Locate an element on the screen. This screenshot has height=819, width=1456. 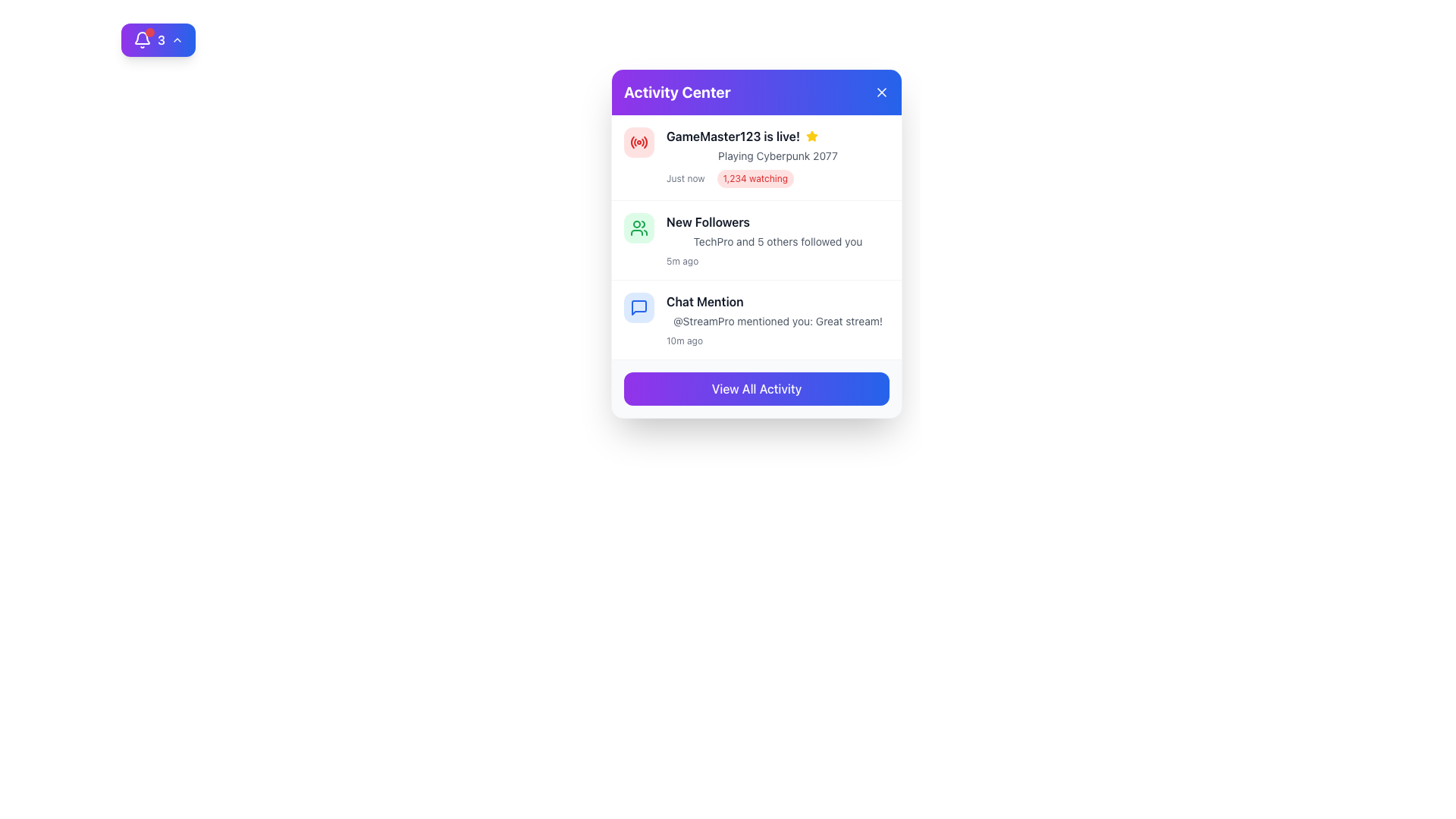
displayed information in the Notification block located at the top of the activity center pop-up, directly above the 'New Followers' notification is located at coordinates (757, 158).